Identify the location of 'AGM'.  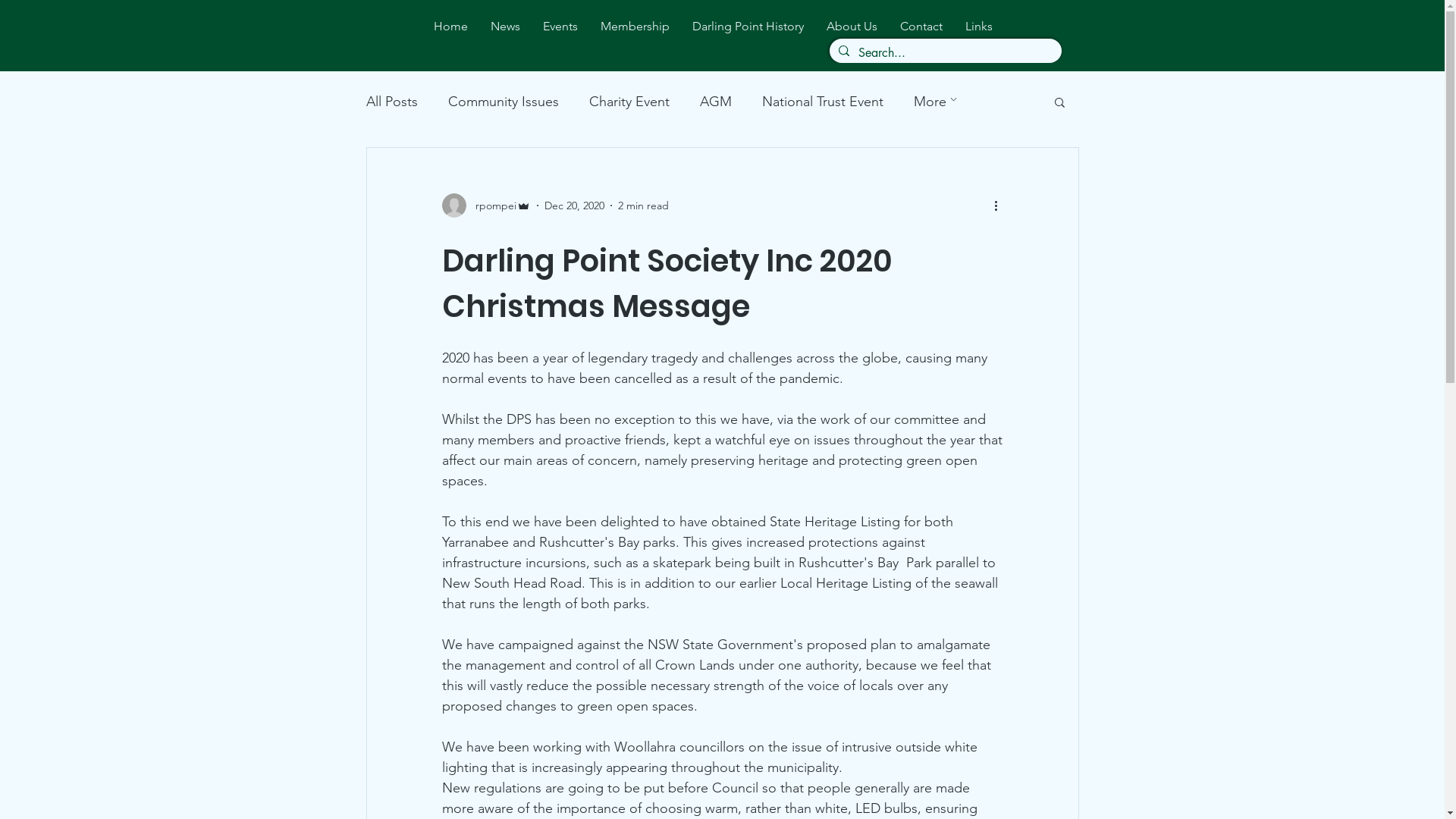
(714, 102).